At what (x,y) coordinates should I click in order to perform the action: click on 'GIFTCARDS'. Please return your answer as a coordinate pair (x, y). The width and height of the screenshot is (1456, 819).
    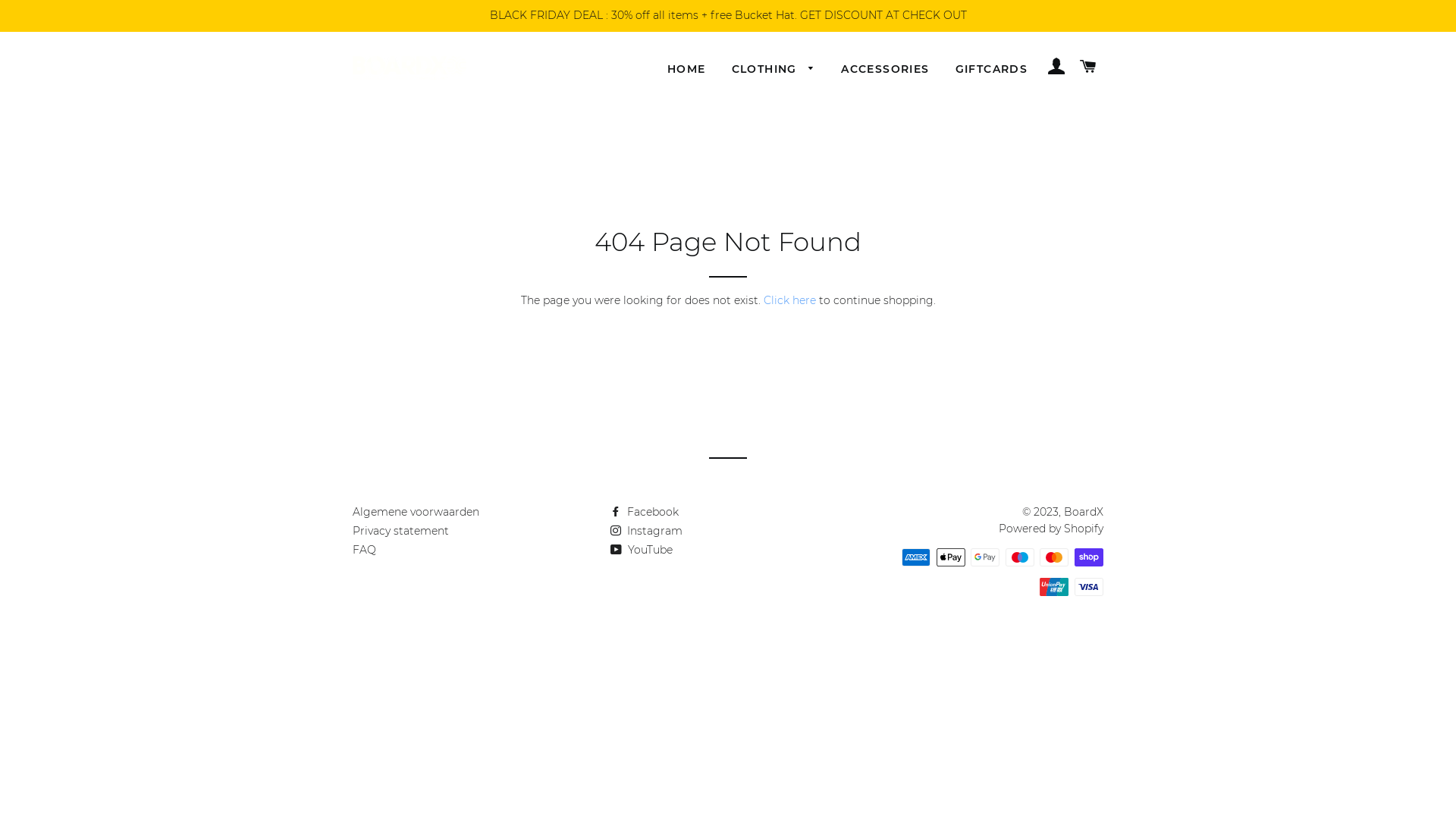
    Looking at the image, I should click on (992, 70).